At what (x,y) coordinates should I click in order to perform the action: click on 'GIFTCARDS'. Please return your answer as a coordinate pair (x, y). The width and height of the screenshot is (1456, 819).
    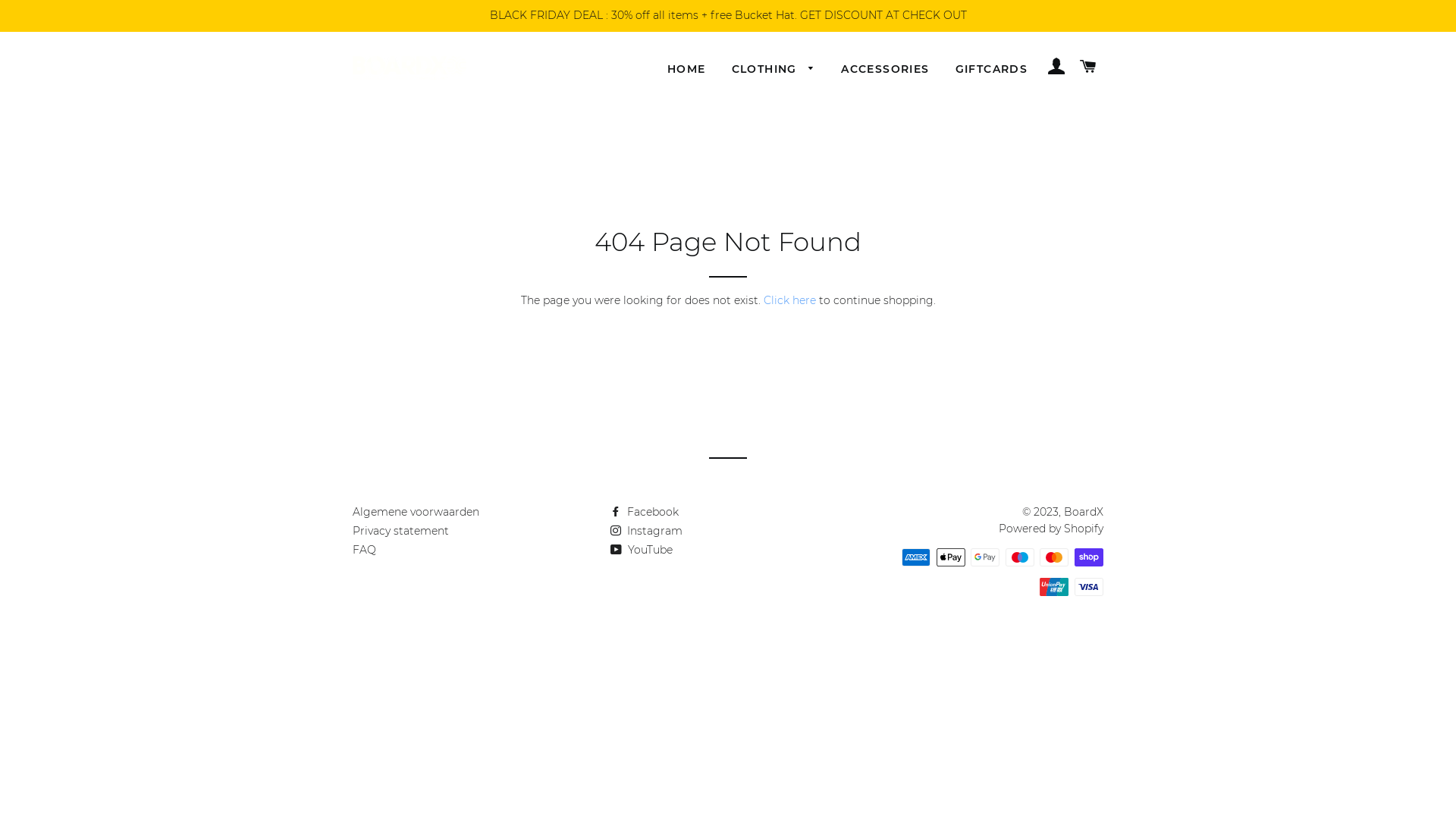
    Looking at the image, I should click on (992, 70).